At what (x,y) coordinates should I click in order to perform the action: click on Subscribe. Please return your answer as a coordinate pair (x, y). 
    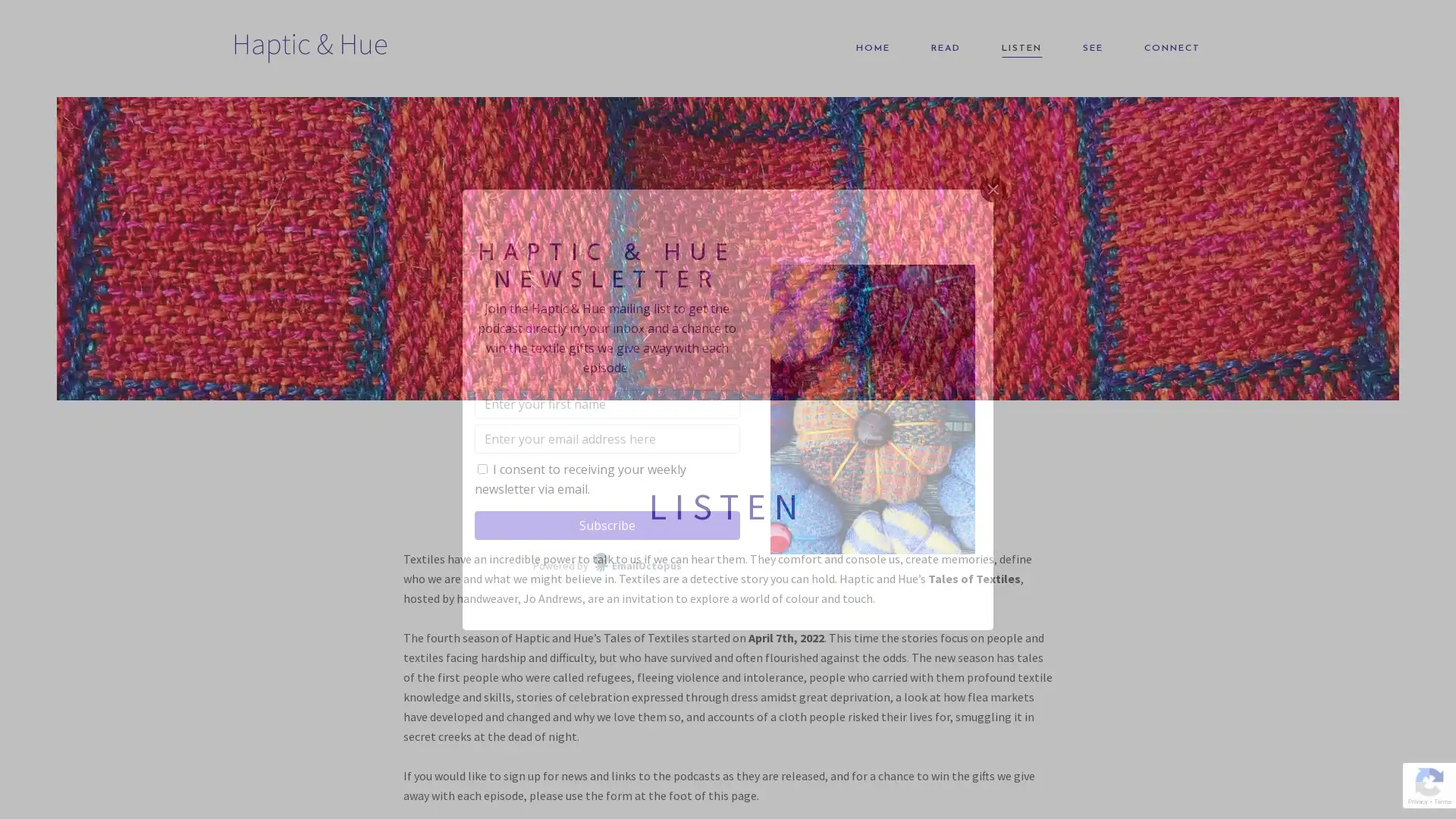
    Looking at the image, I should click on (607, 523).